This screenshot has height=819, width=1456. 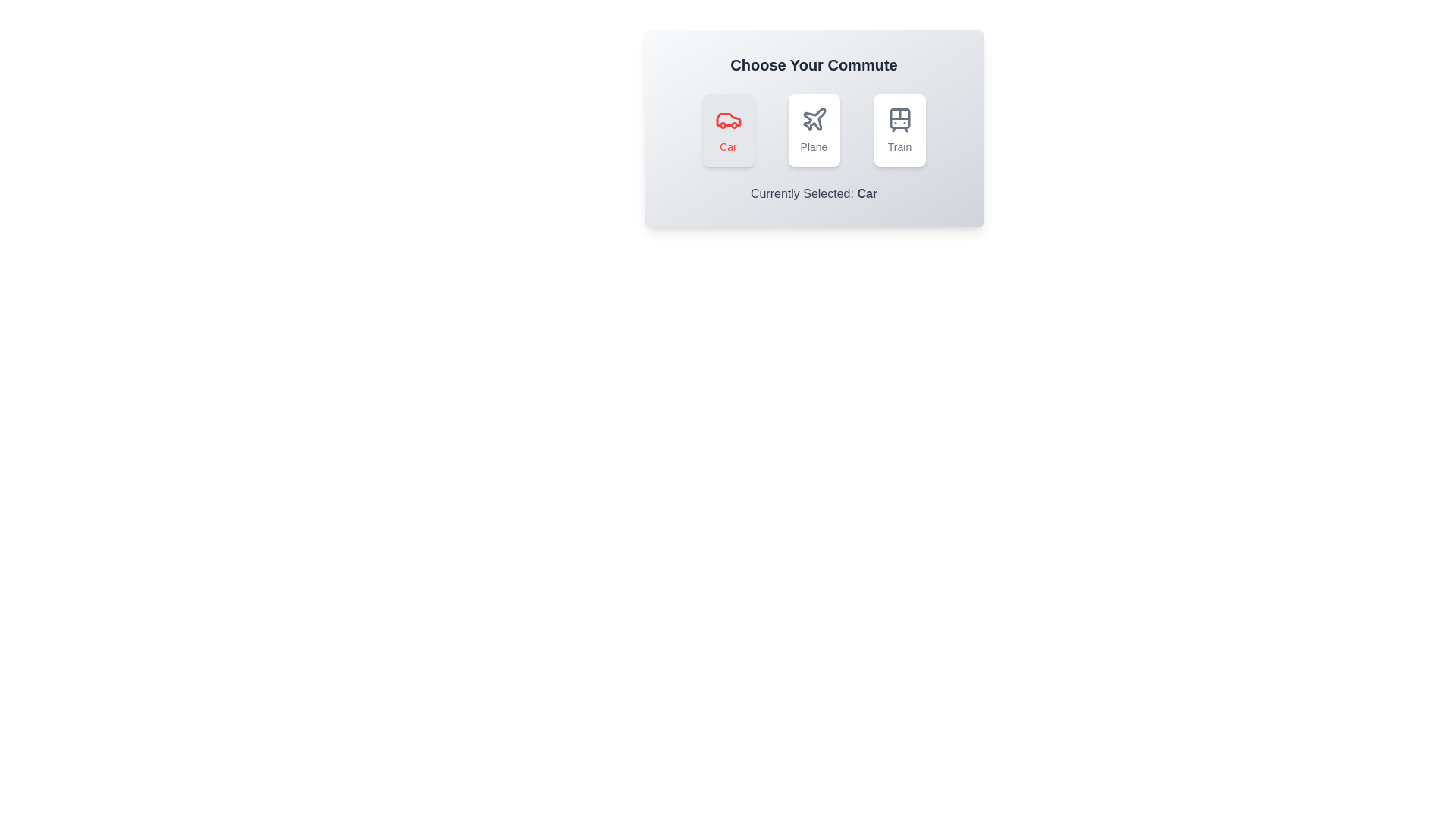 I want to click on the icon representing Car to observe its hover effect, so click(x=728, y=130).